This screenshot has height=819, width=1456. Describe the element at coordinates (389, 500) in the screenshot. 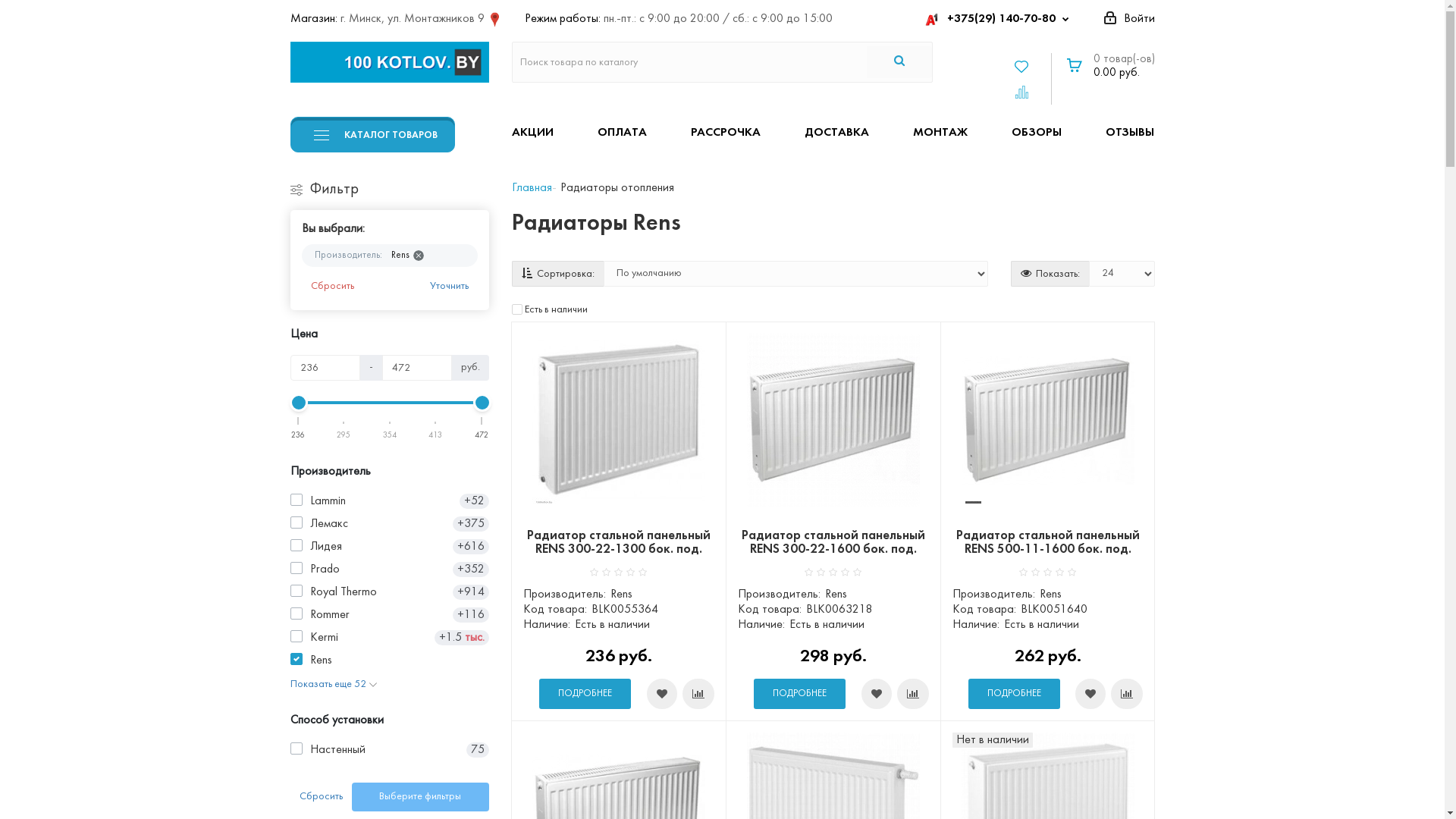

I see `'Lammin` at that location.